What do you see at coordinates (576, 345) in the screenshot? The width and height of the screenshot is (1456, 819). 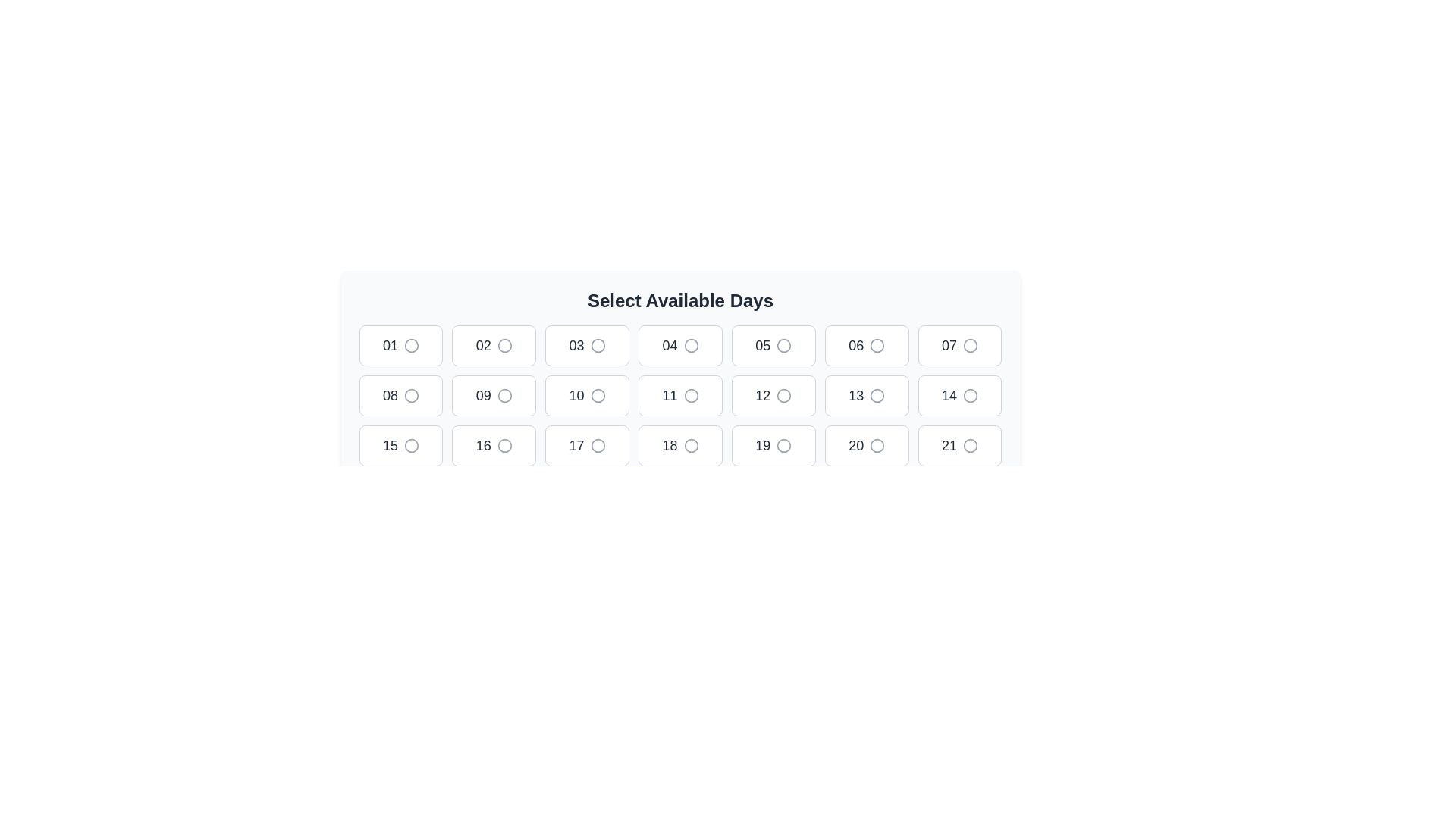 I see `the text label displaying the number '03', located in the third grid cell of the first row under the 'Select Available Days' heading` at bounding box center [576, 345].